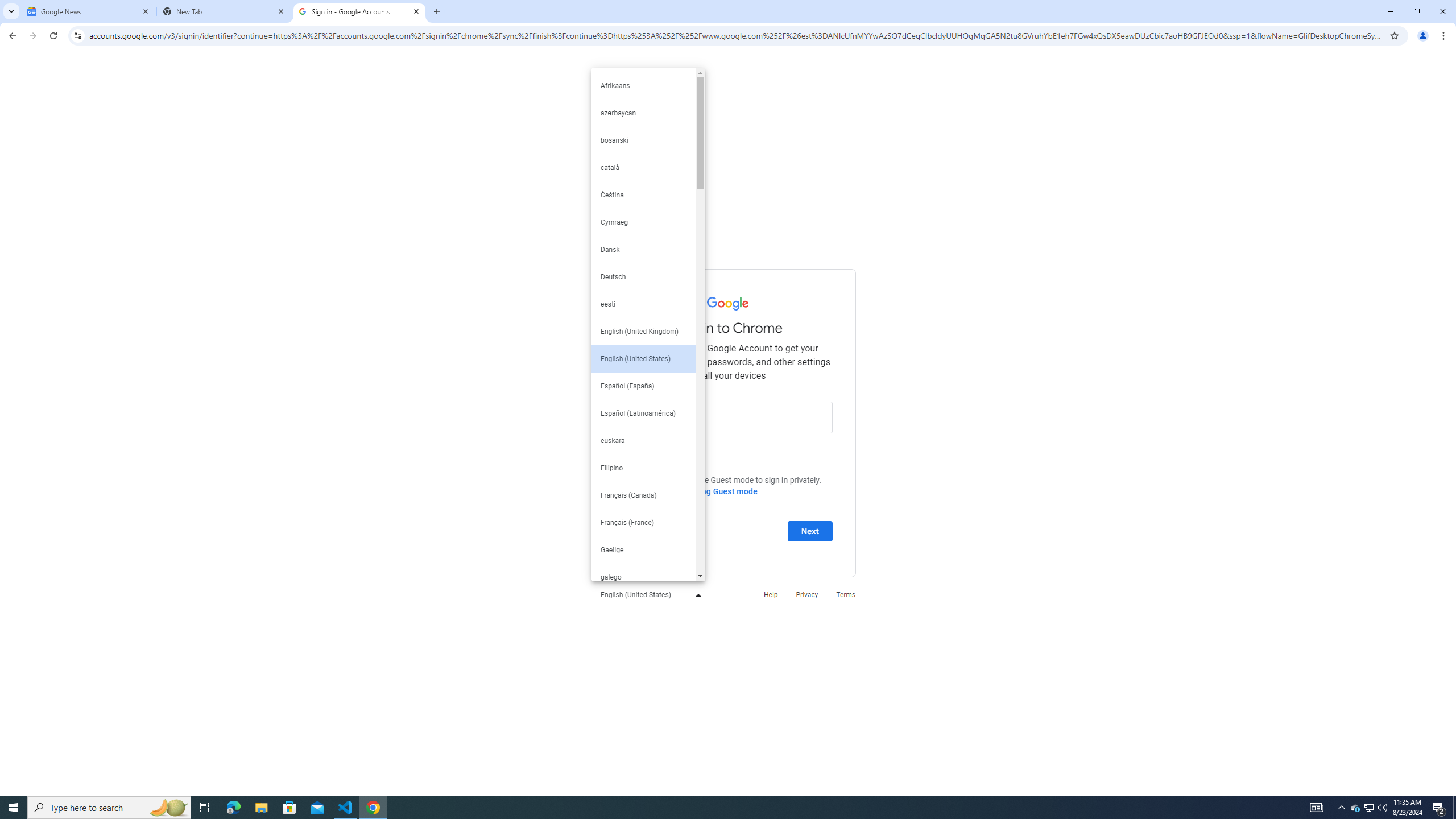  What do you see at coordinates (359, 11) in the screenshot?
I see `'Sign in - Google Accounts'` at bounding box center [359, 11].